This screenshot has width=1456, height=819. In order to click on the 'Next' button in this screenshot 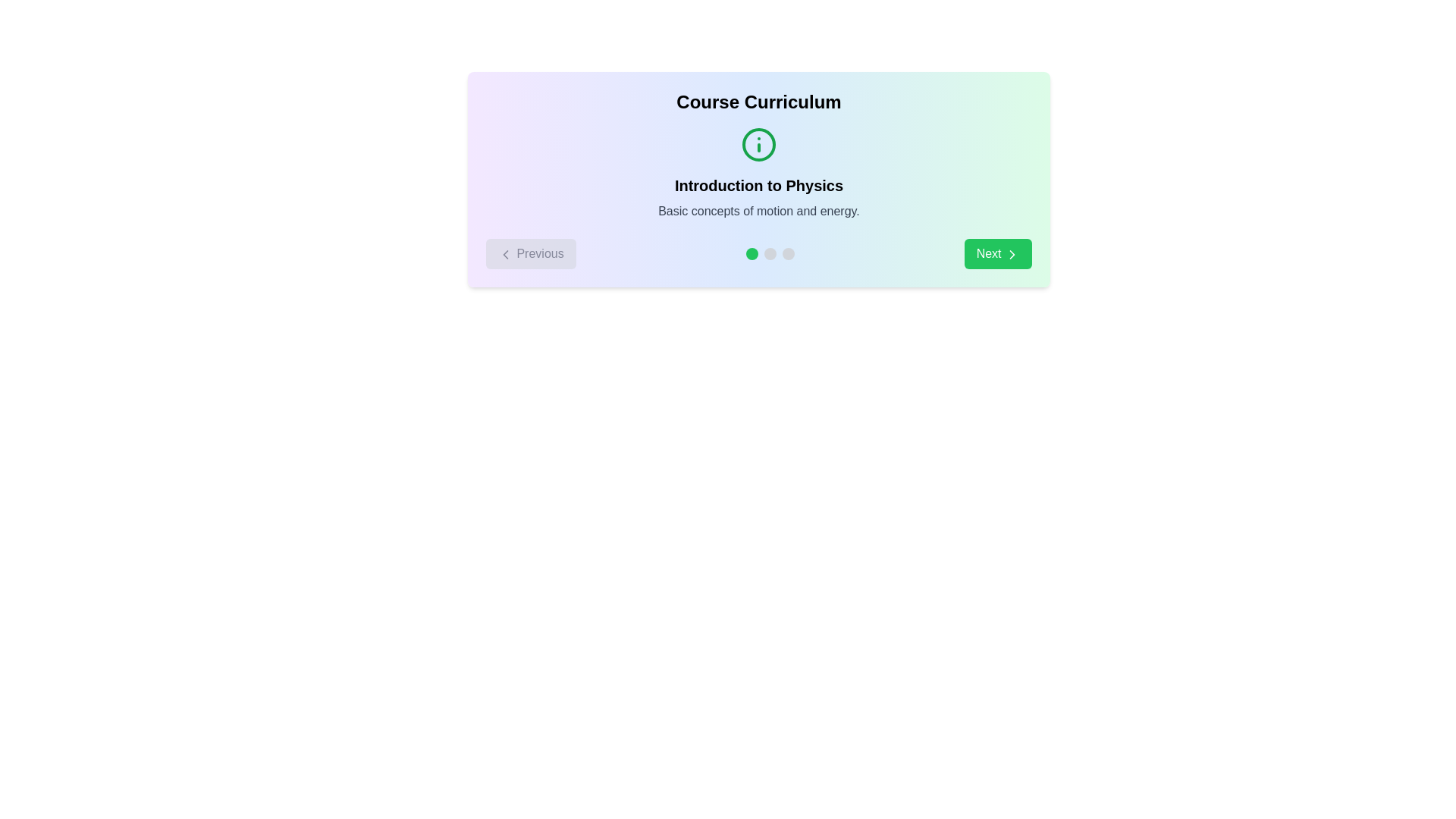, I will do `click(998, 253)`.